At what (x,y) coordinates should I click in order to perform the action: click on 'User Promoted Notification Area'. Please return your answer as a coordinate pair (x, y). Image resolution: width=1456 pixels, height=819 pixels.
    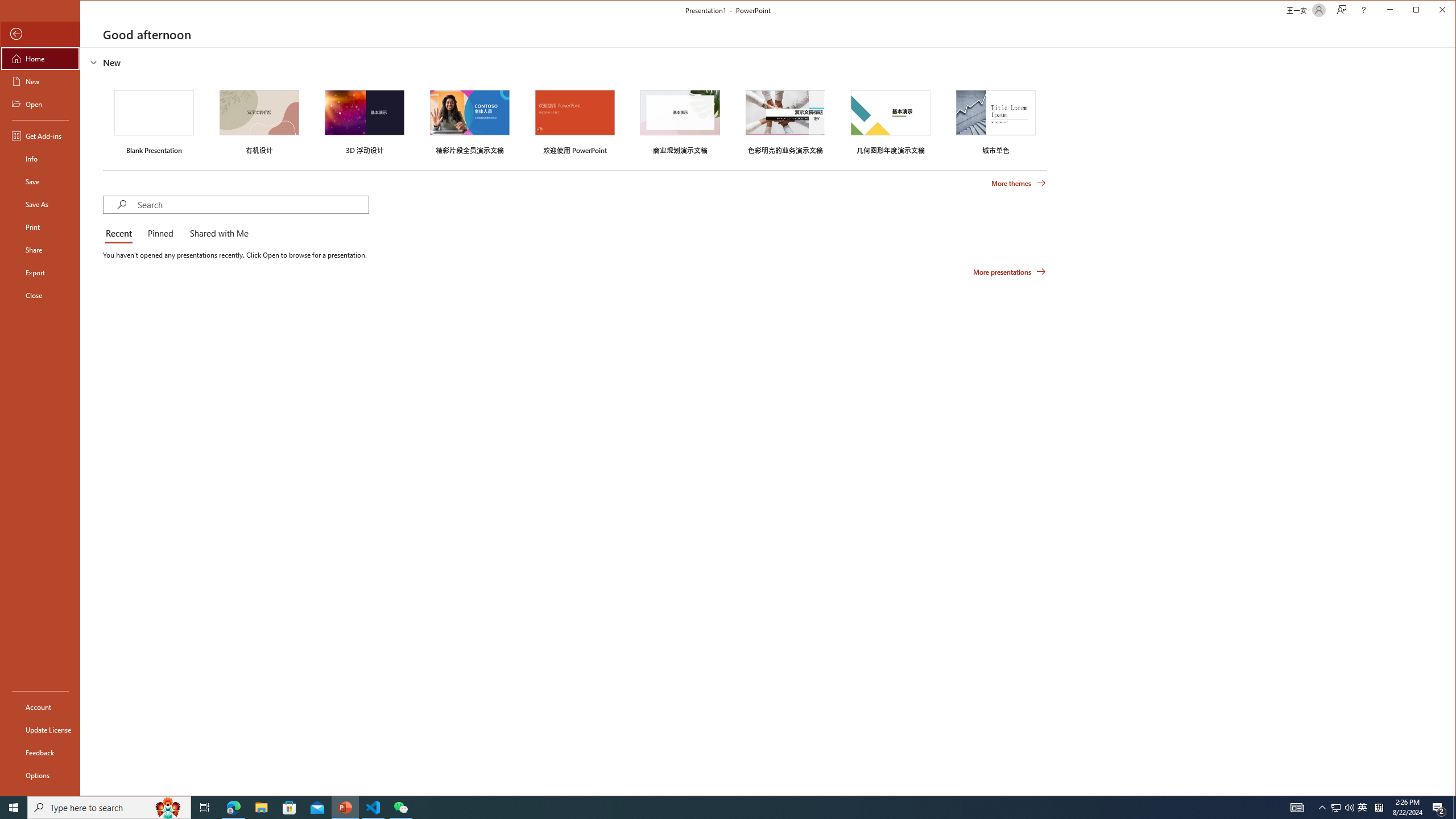
    Looking at the image, I should click on (1342, 806).